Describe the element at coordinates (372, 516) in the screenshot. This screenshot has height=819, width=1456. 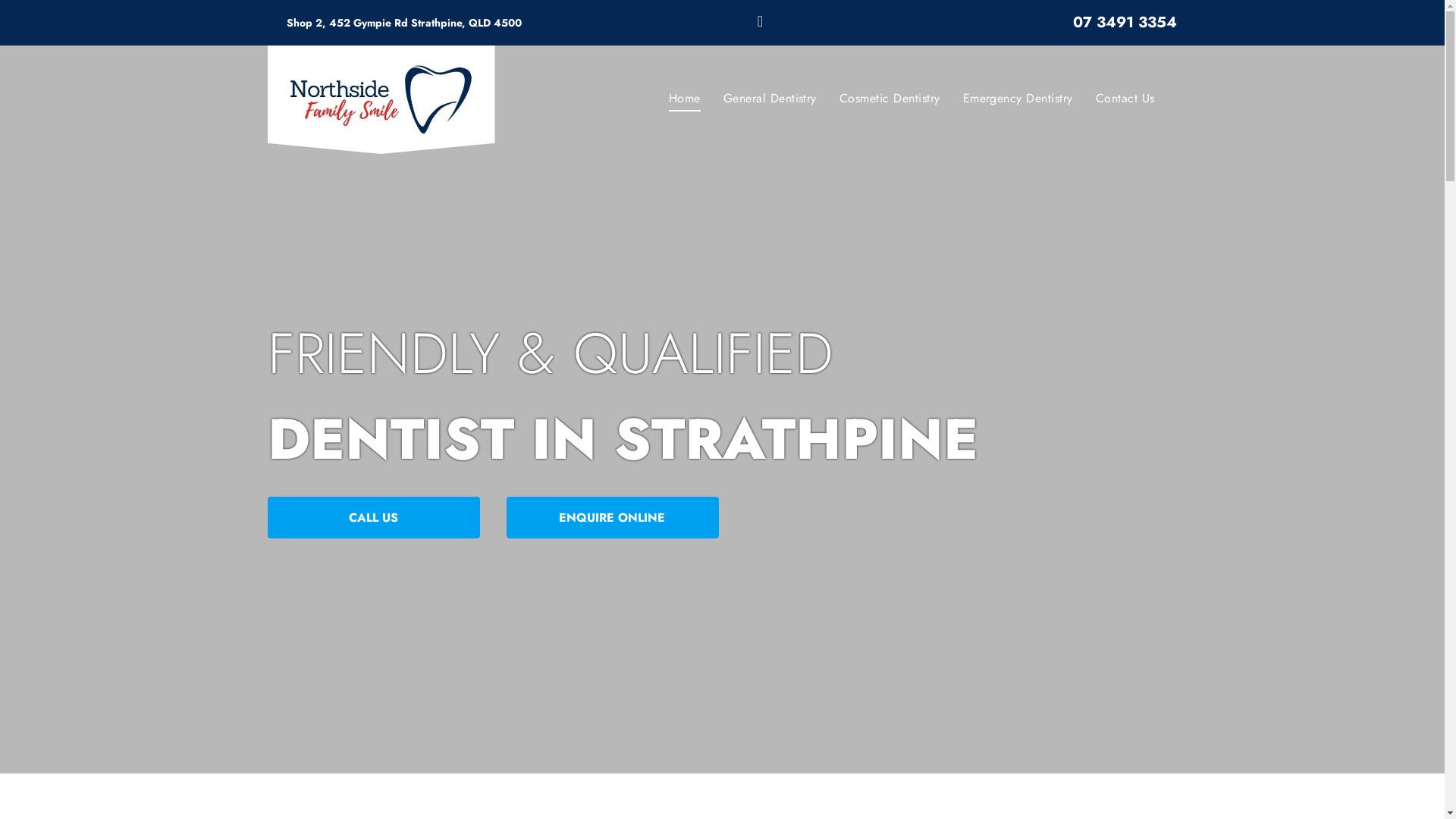
I see `'CALL US'` at that location.